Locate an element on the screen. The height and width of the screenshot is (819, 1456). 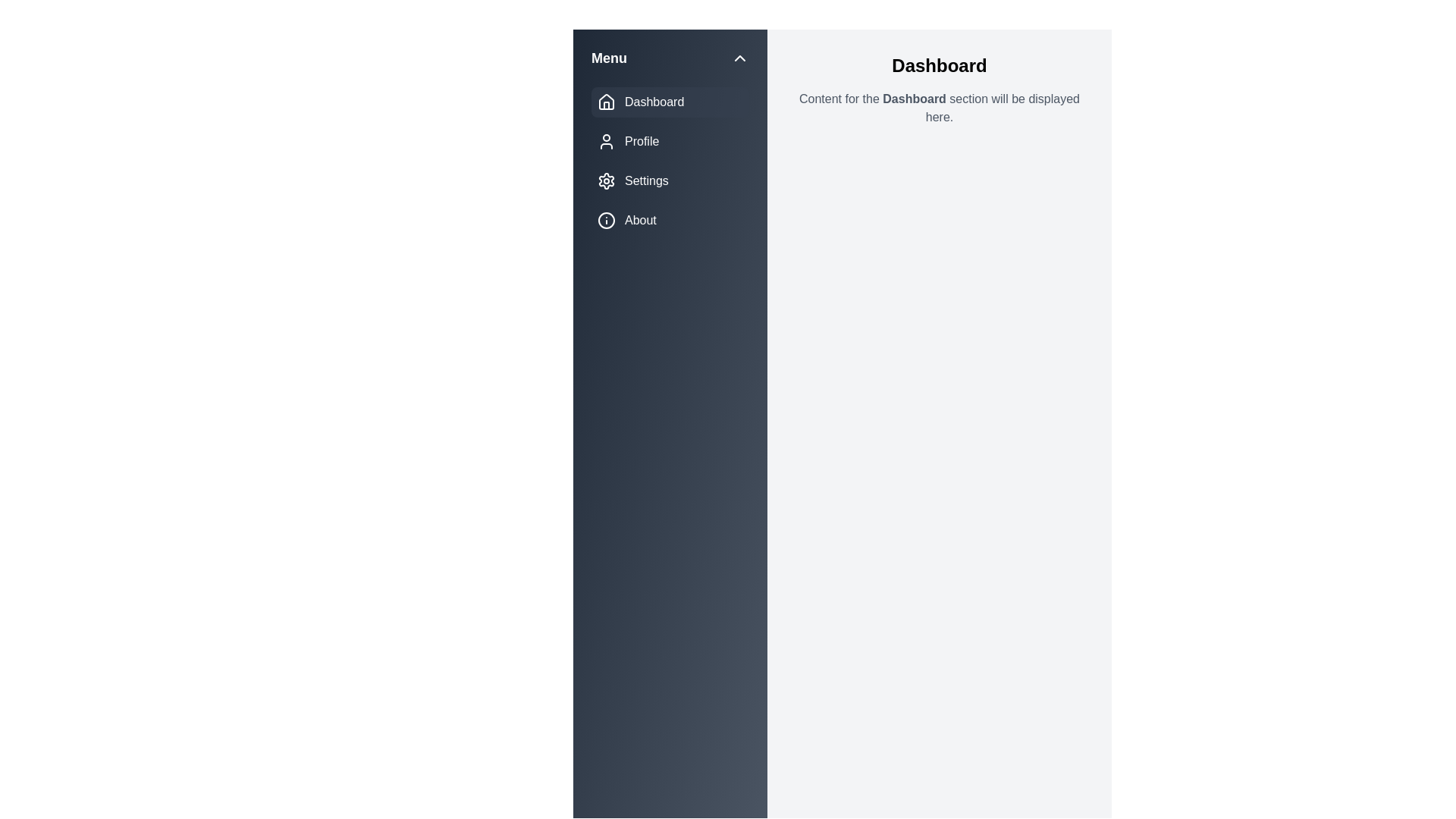
the toggle button located at the far-right end of the header bar next to the 'Menu' label is located at coordinates (739, 58).